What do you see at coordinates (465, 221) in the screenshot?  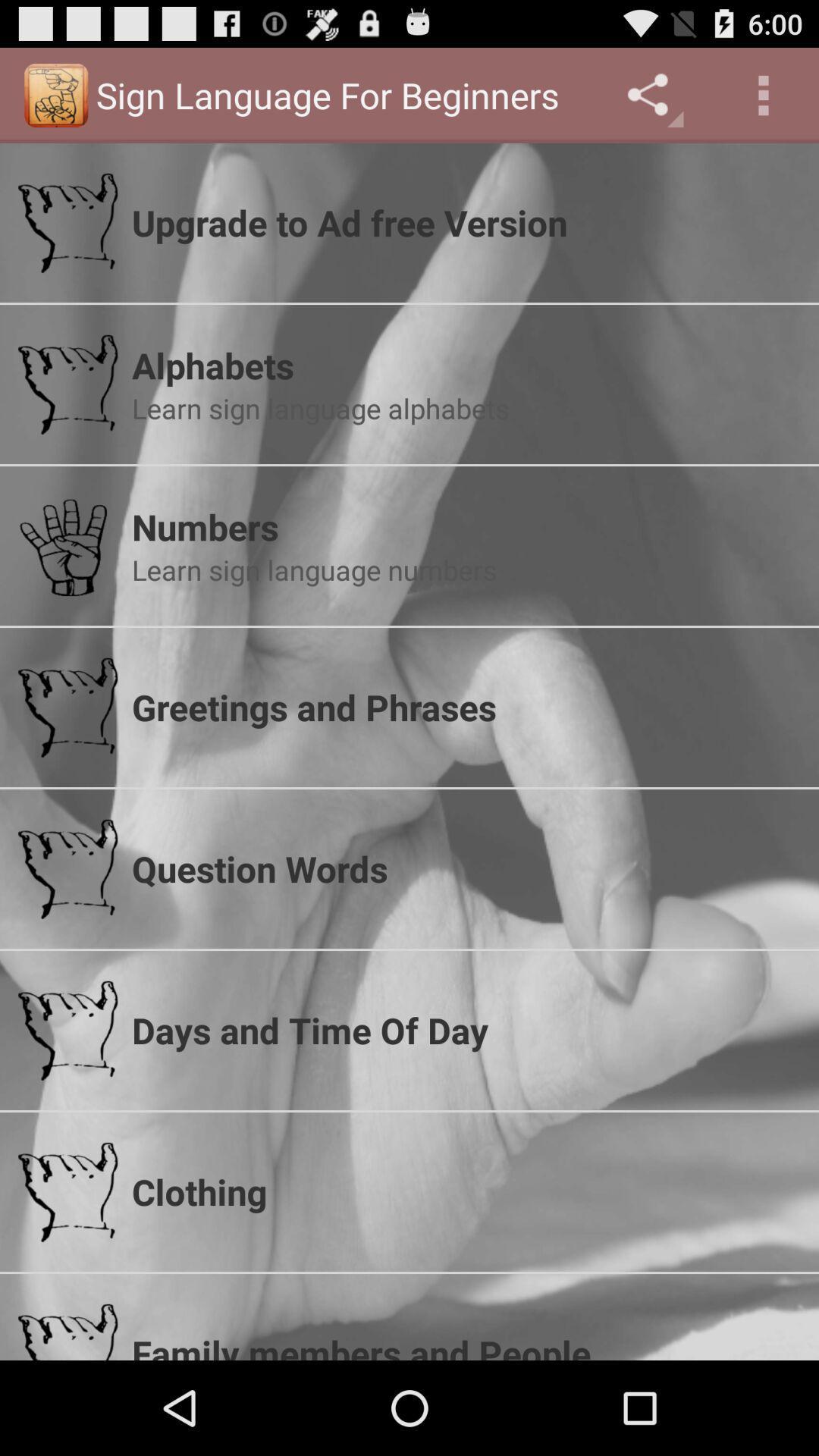 I see `item above alphabets app` at bounding box center [465, 221].